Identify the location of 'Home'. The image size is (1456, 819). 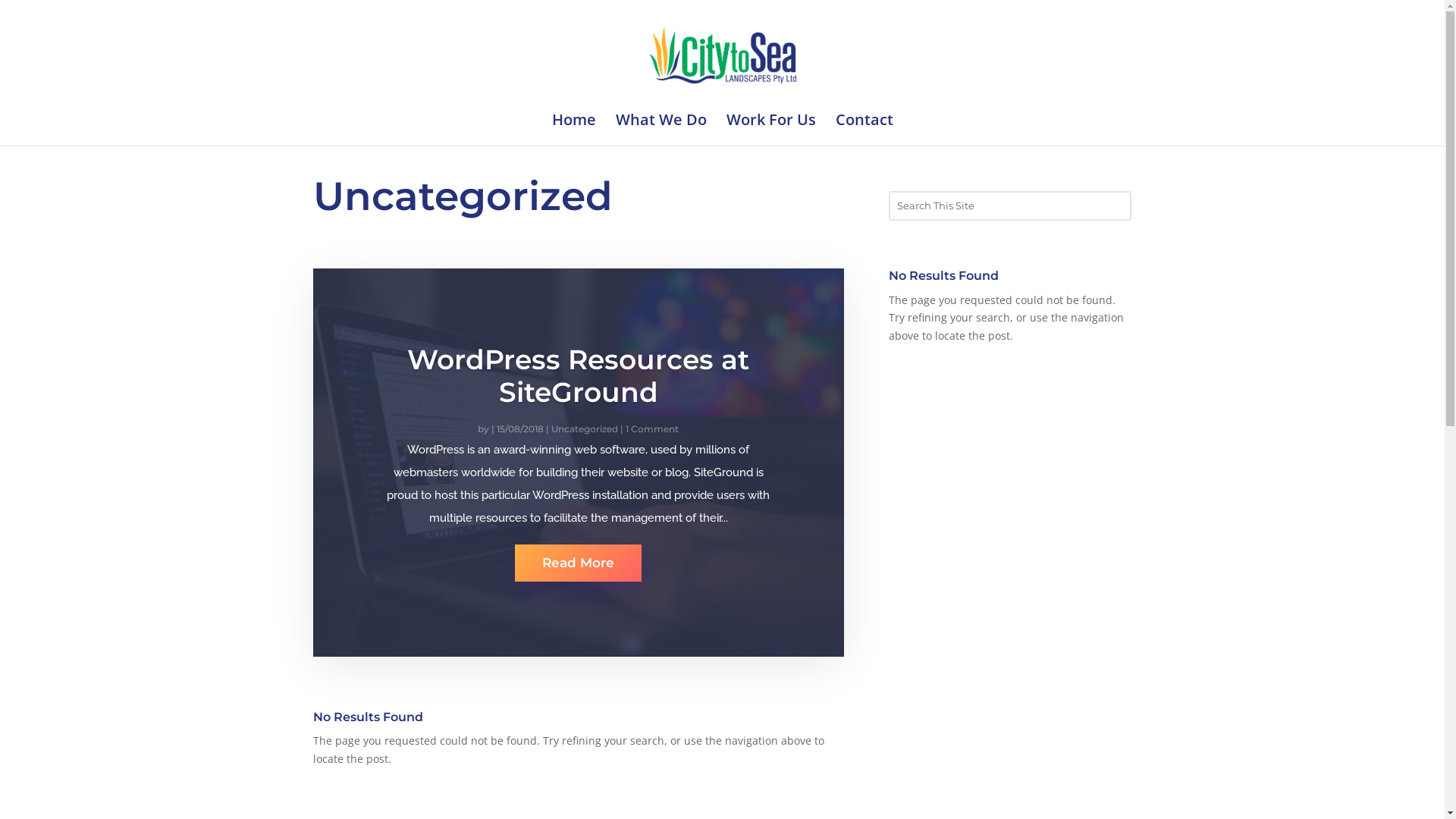
(551, 129).